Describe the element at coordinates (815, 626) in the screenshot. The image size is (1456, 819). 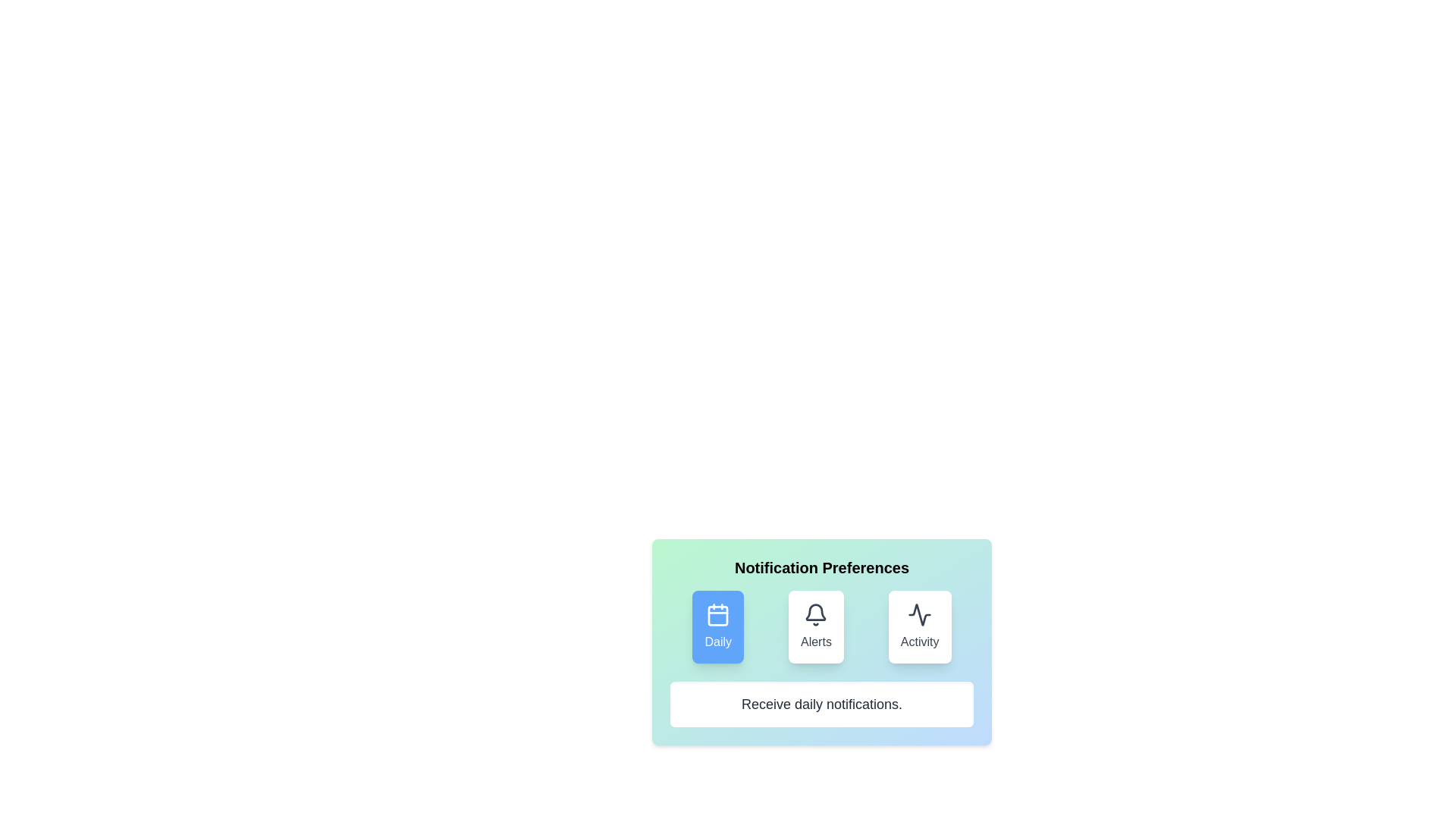
I see `the button labeled 'Alerts' to see its hover effect` at that location.